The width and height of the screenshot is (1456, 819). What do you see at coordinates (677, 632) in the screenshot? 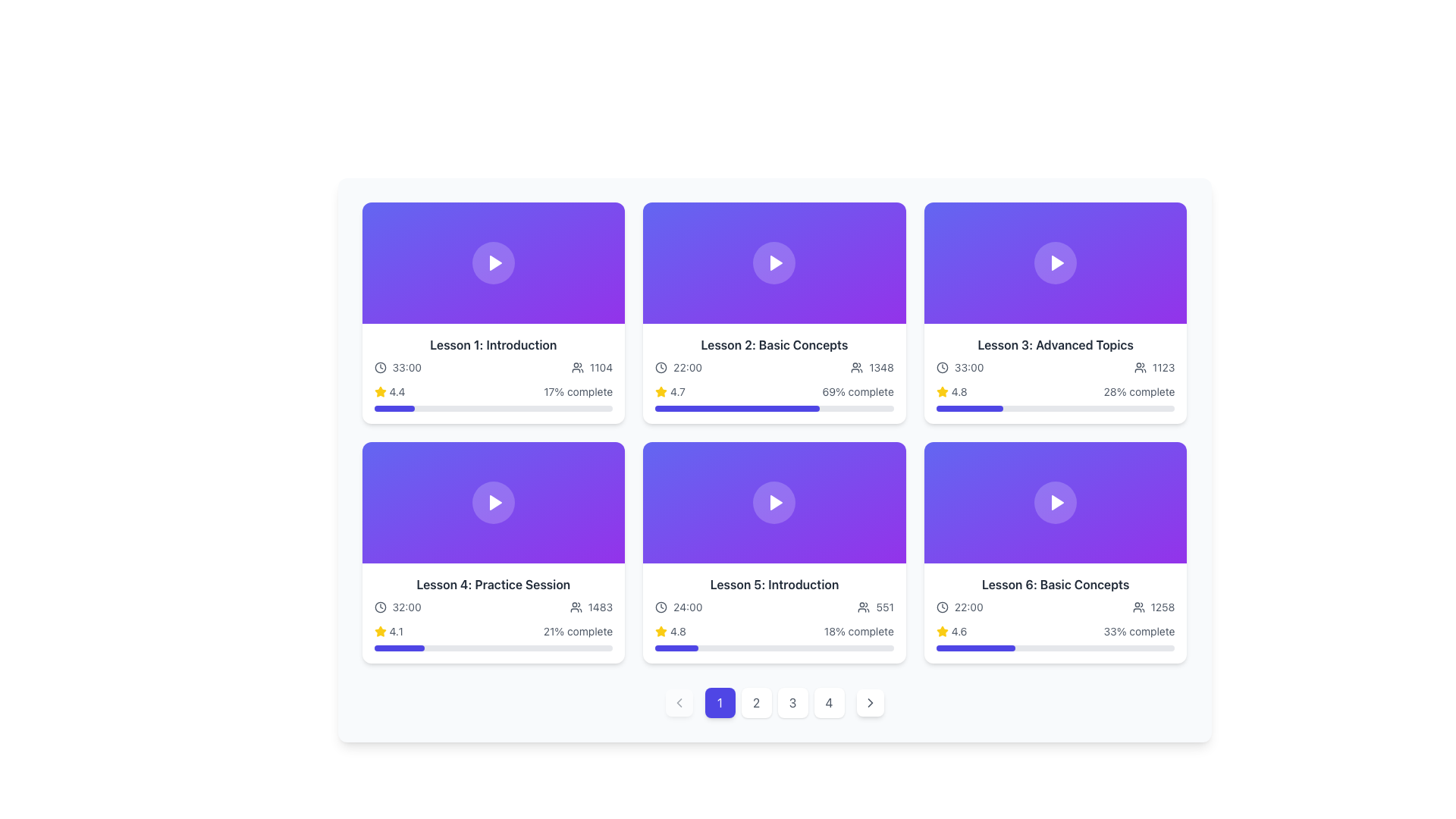
I see `the text label displaying the average rating for the 'Lesson 5: Introduction' card, located in the middle-right corner of the display, to the right of a yellow star symbol` at bounding box center [677, 632].